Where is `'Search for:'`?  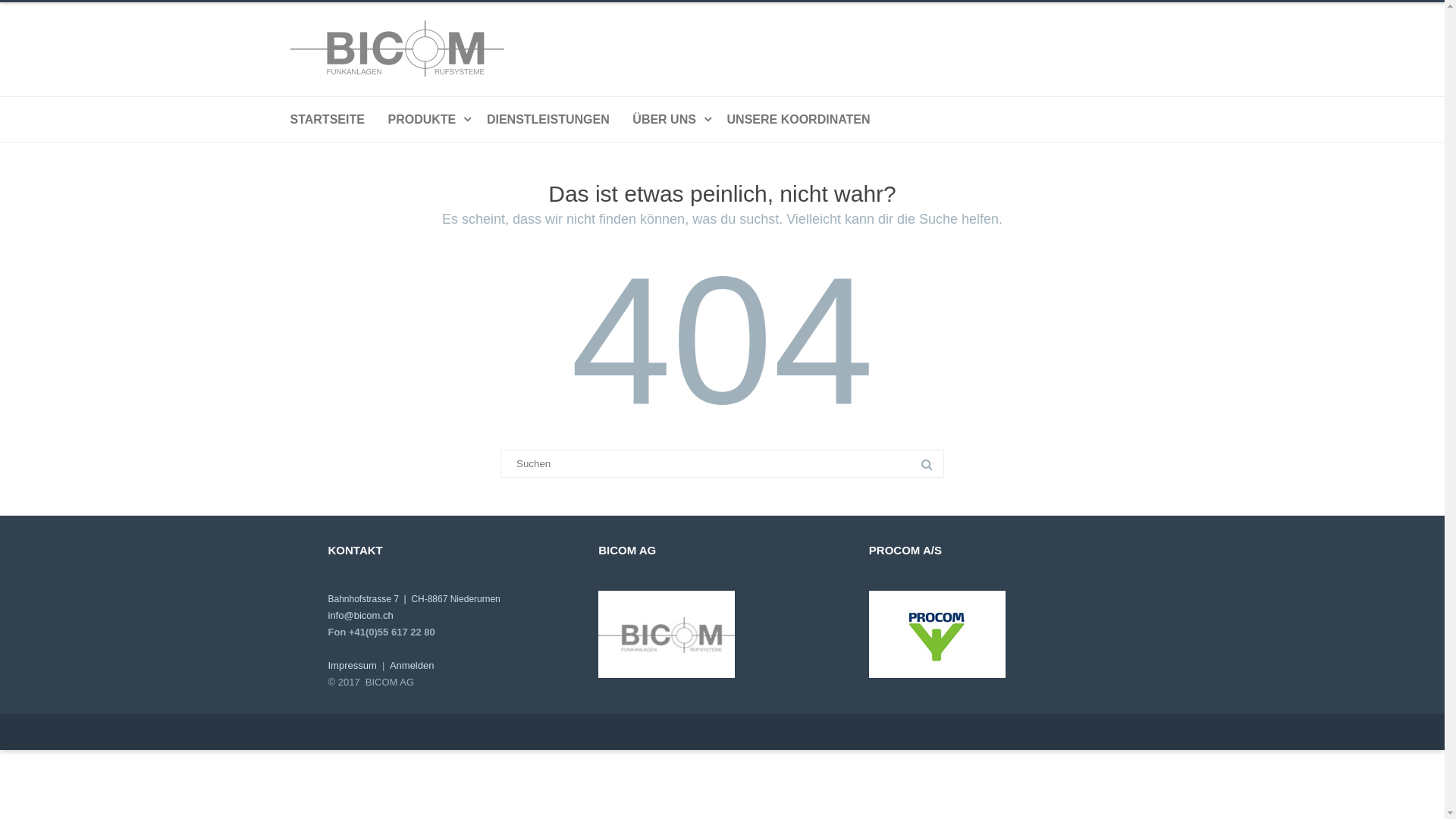 'Search for:' is located at coordinates (721, 463).